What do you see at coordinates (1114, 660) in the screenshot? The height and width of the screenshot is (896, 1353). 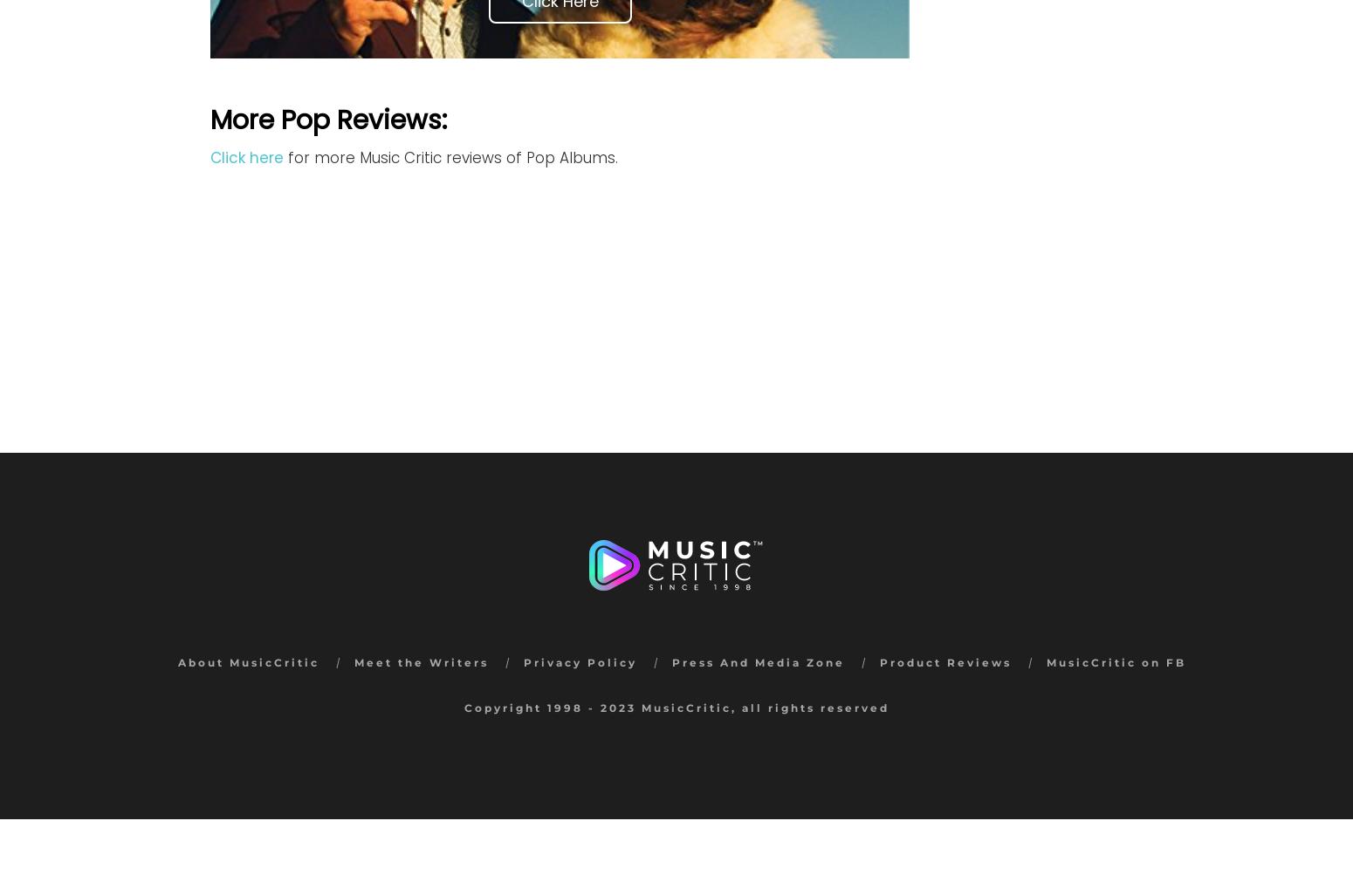 I see `'MusicCritic on FB'` at bounding box center [1114, 660].